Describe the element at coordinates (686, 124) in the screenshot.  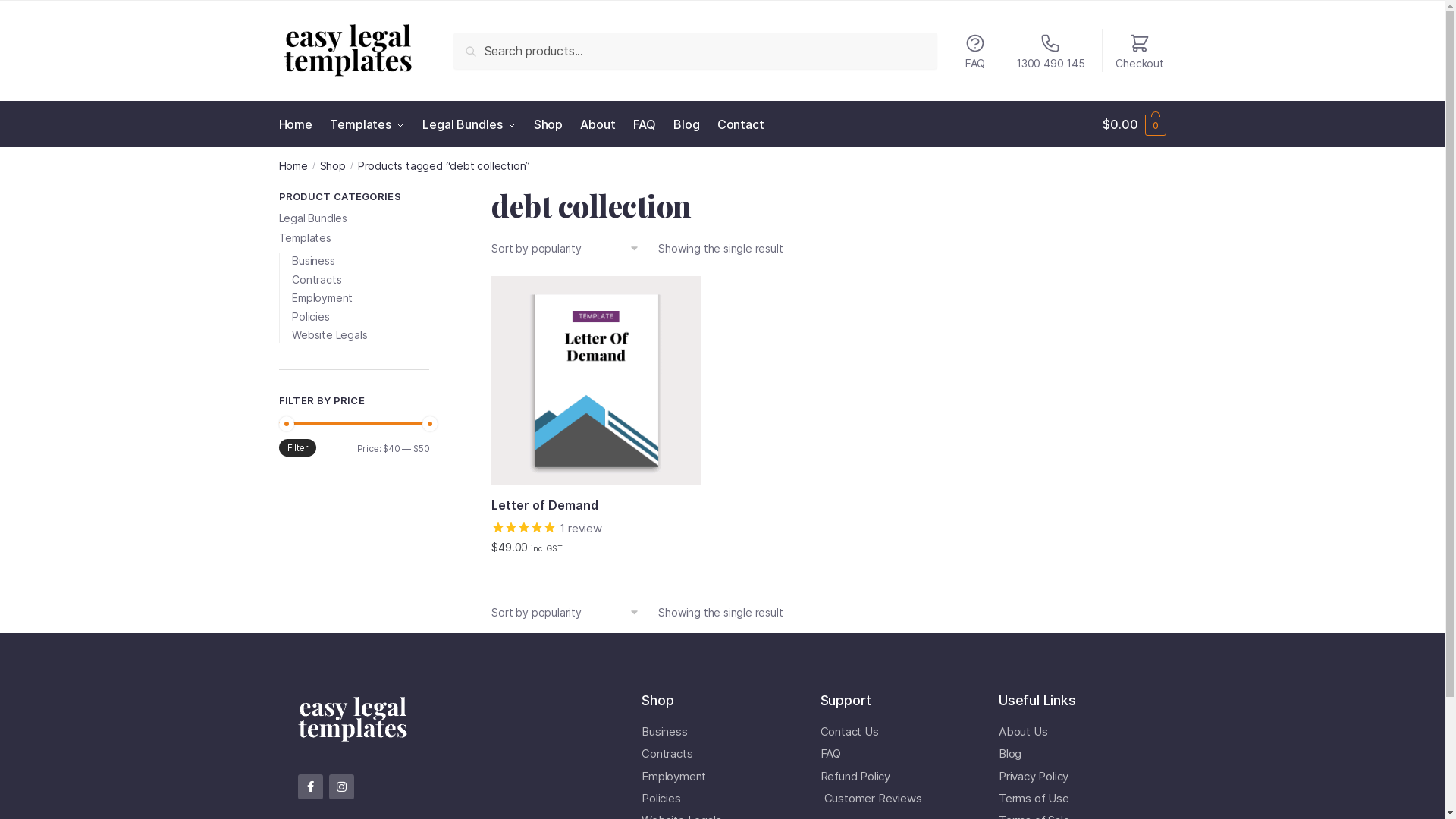
I see `'Blog'` at that location.